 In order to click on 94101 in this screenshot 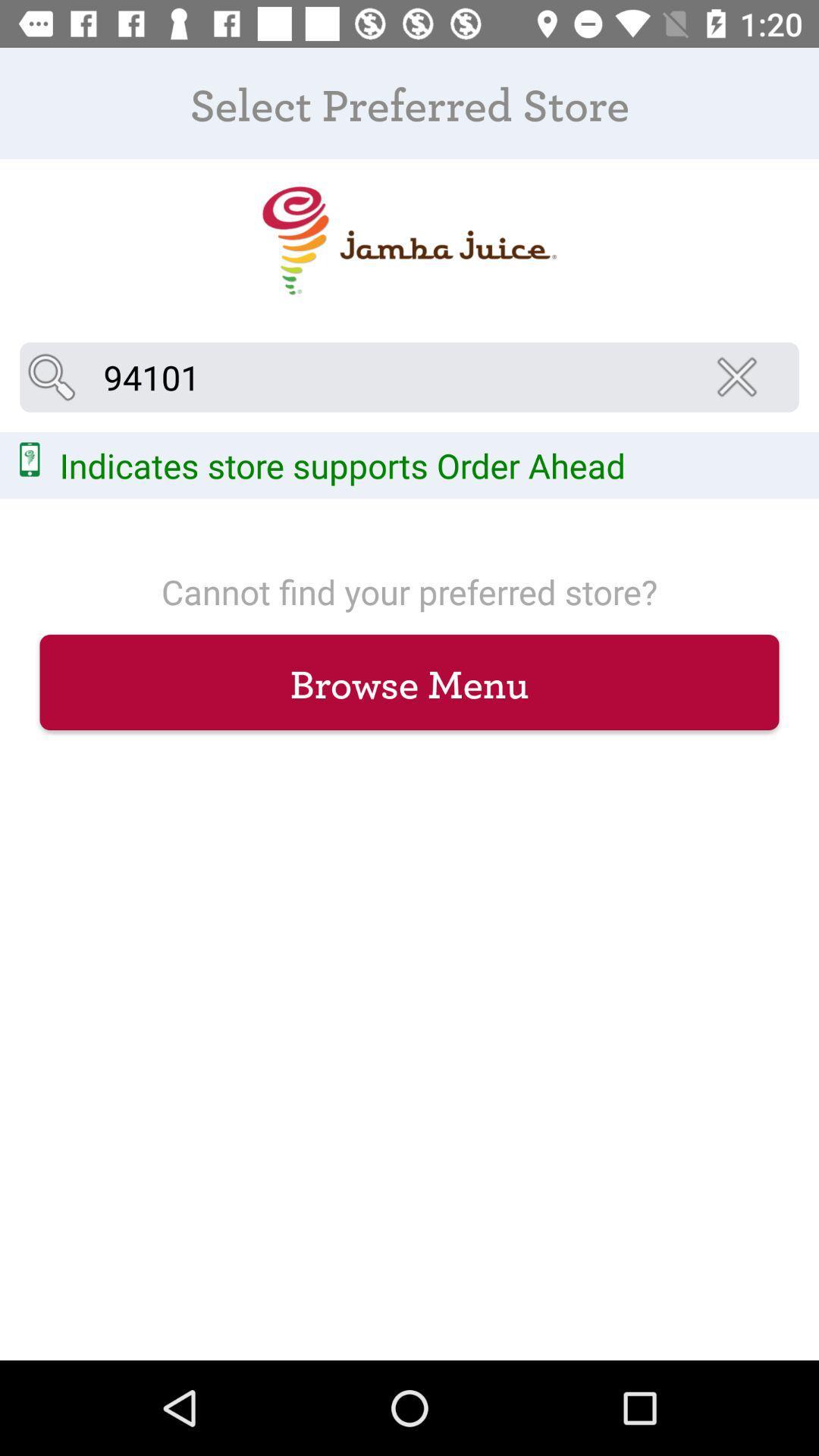, I will do `click(409, 377)`.